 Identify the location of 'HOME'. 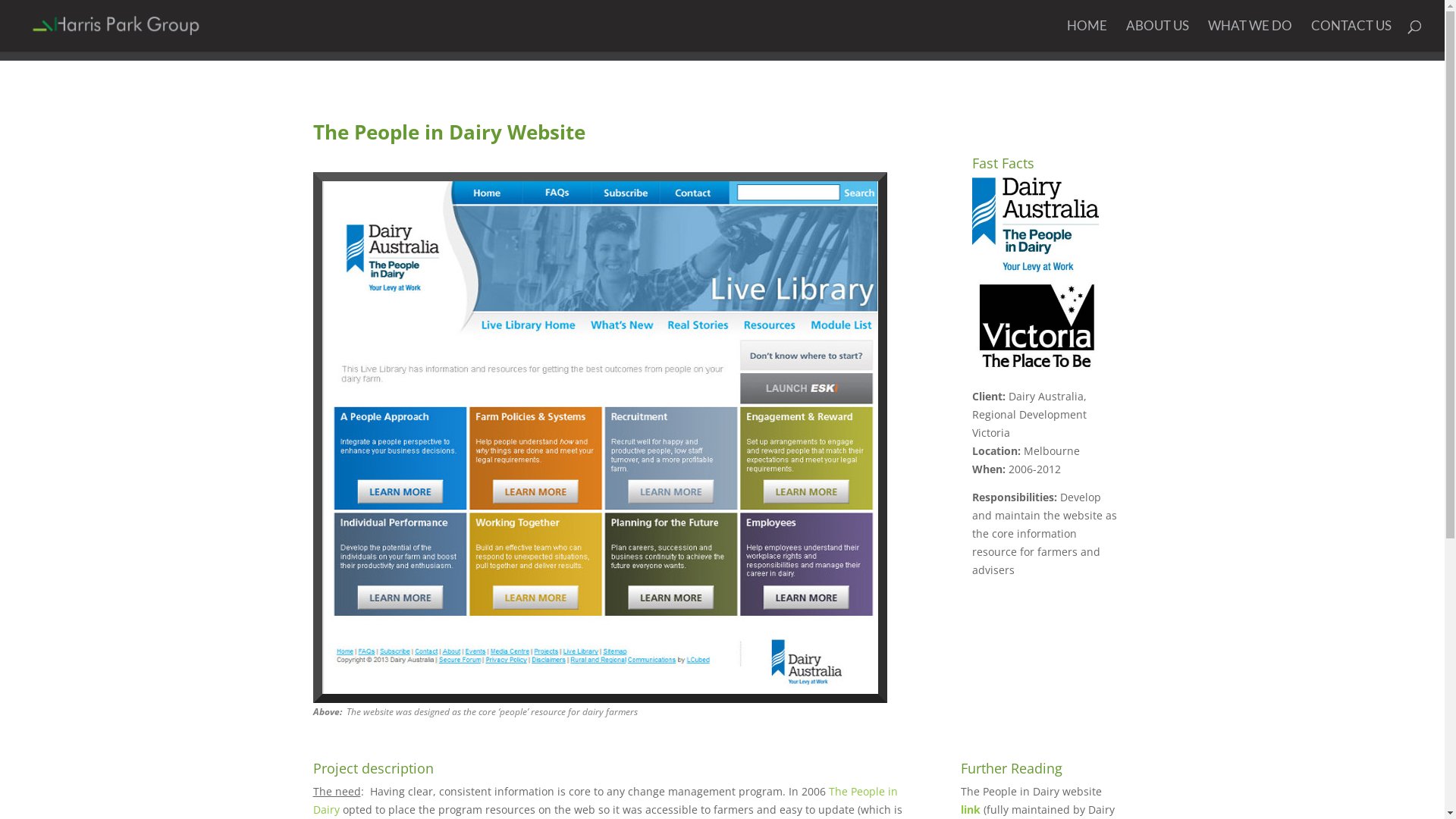
(1086, 35).